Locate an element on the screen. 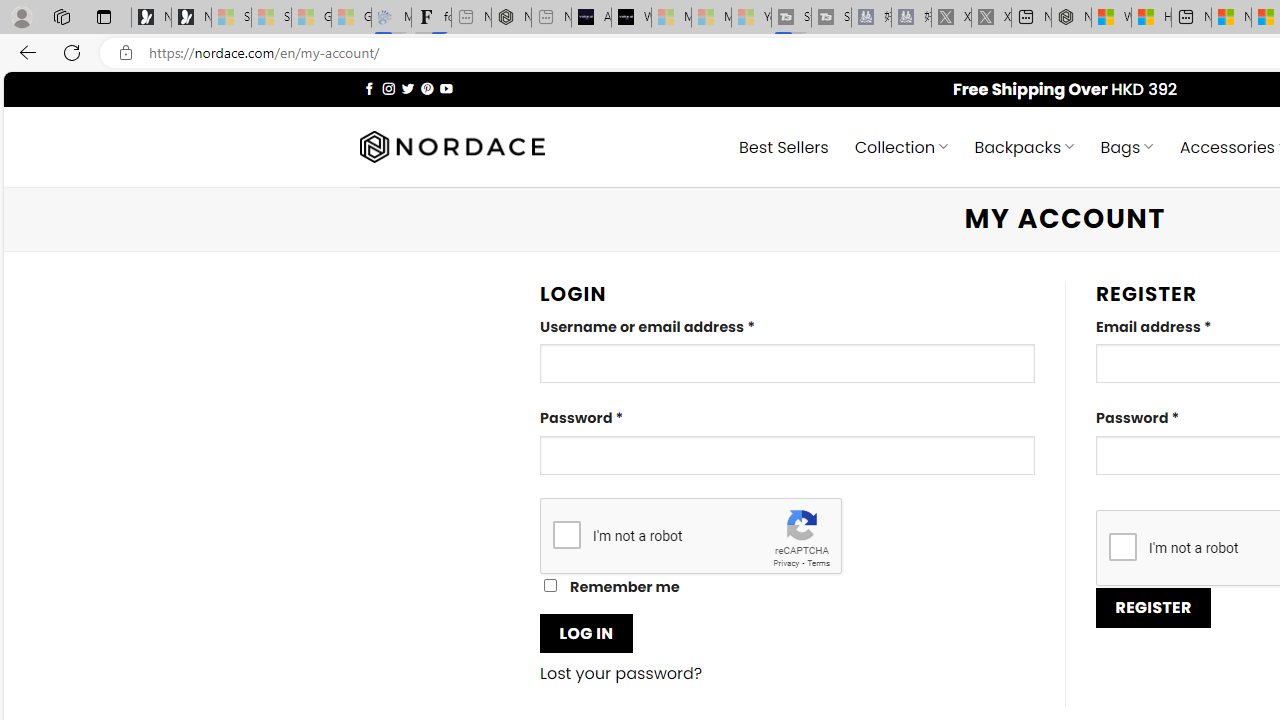 This screenshot has width=1280, height=720. ' Best Sellers' is located at coordinates (783, 145).